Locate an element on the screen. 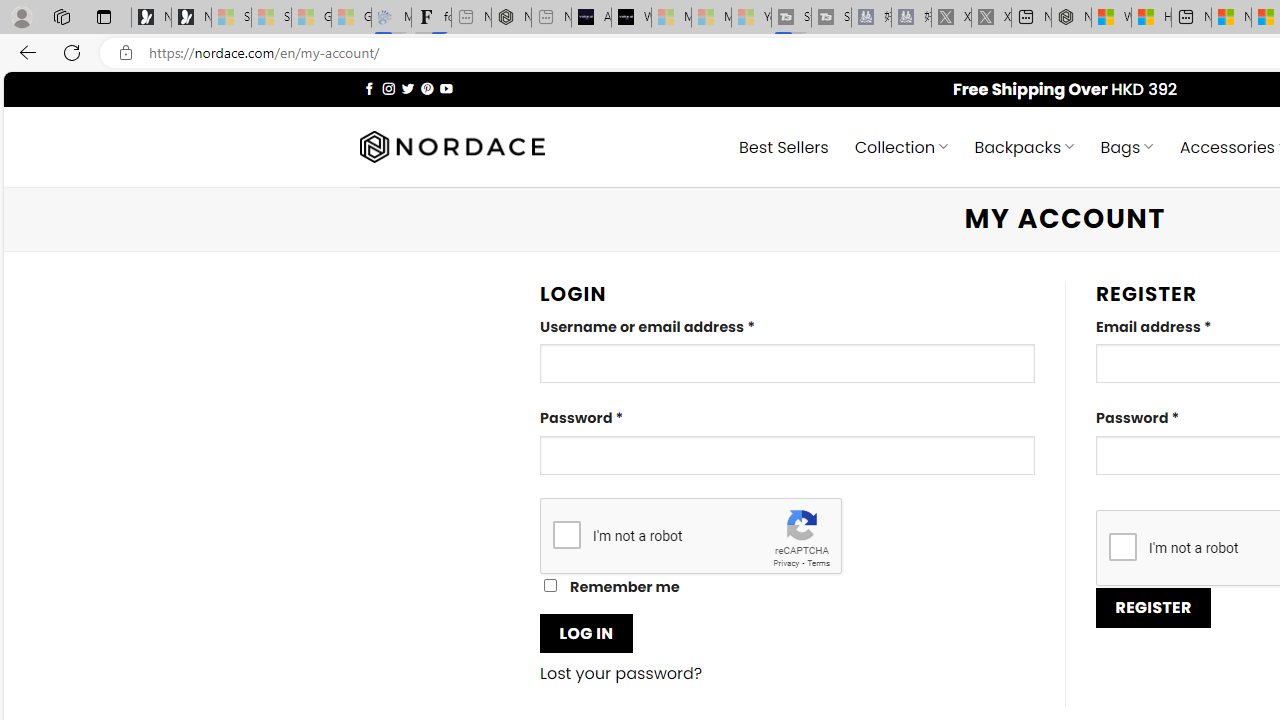 This screenshot has width=1280, height=720. ' Best Sellers' is located at coordinates (783, 145).